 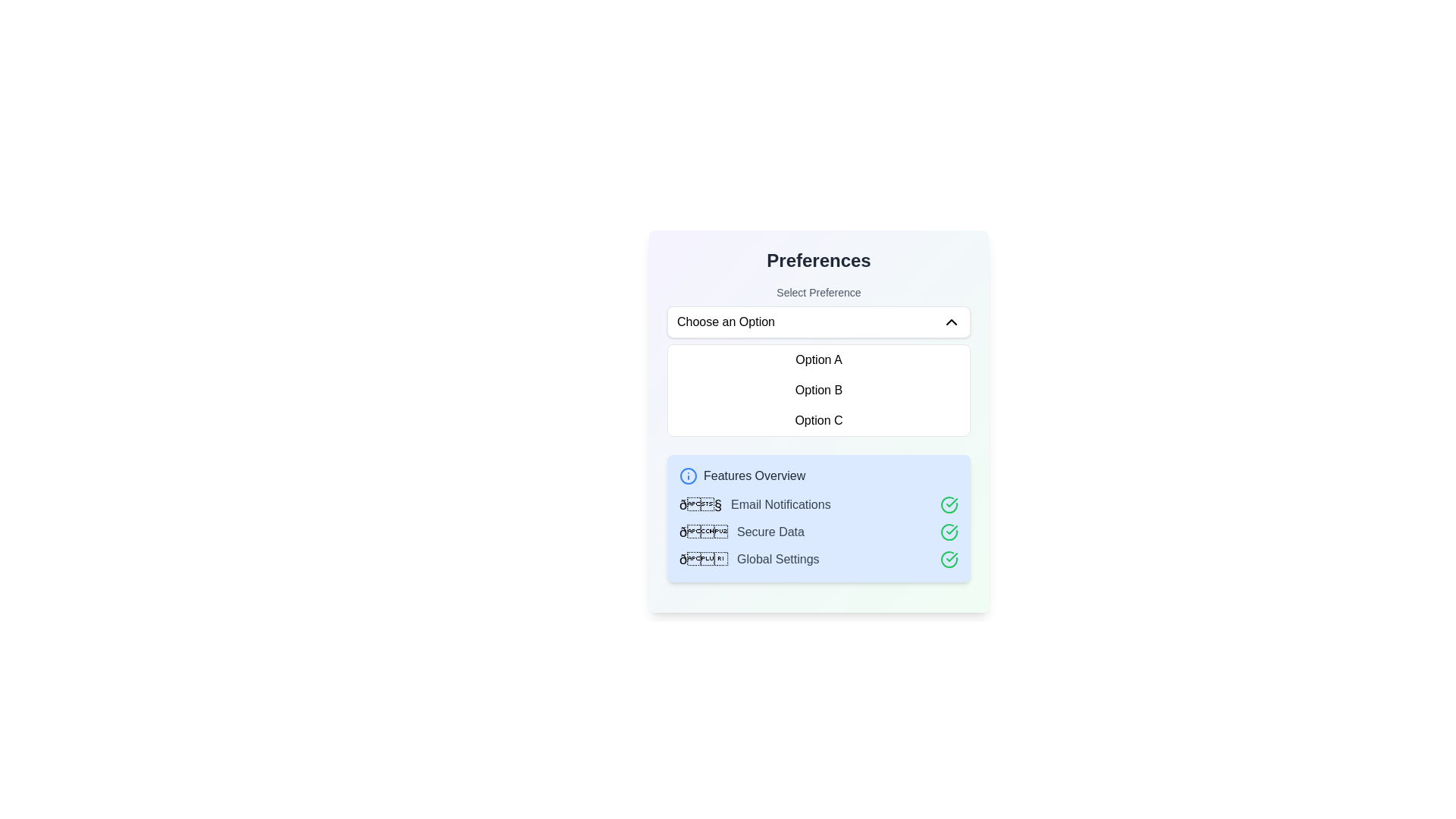 What do you see at coordinates (818, 359) in the screenshot?
I see `the first selectable option 'Option A' in the dropdown menu` at bounding box center [818, 359].